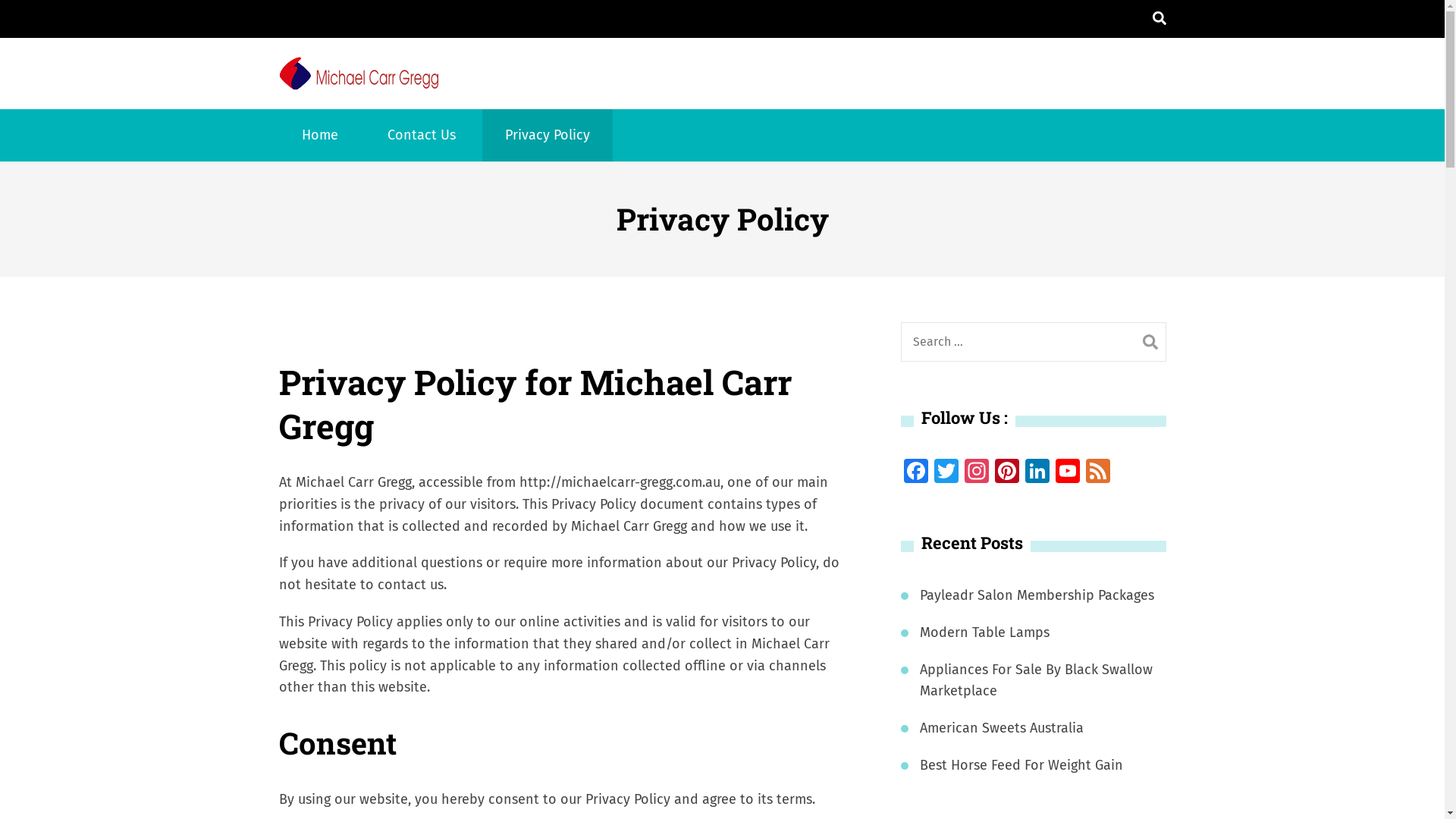  What do you see at coordinates (976, 472) in the screenshot?
I see `'Instagram'` at bounding box center [976, 472].